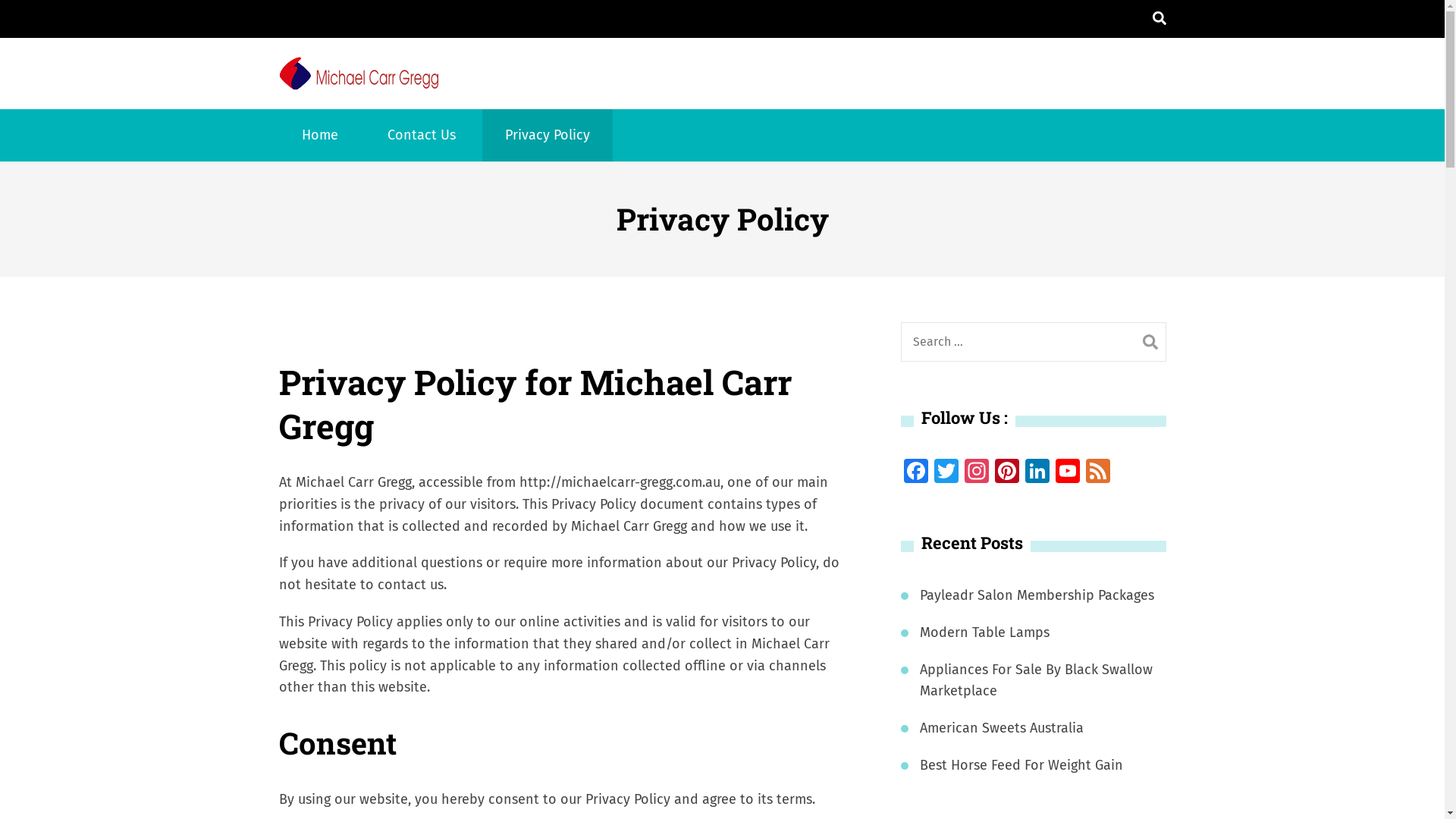  What do you see at coordinates (976, 472) in the screenshot?
I see `'Instagram'` at bounding box center [976, 472].